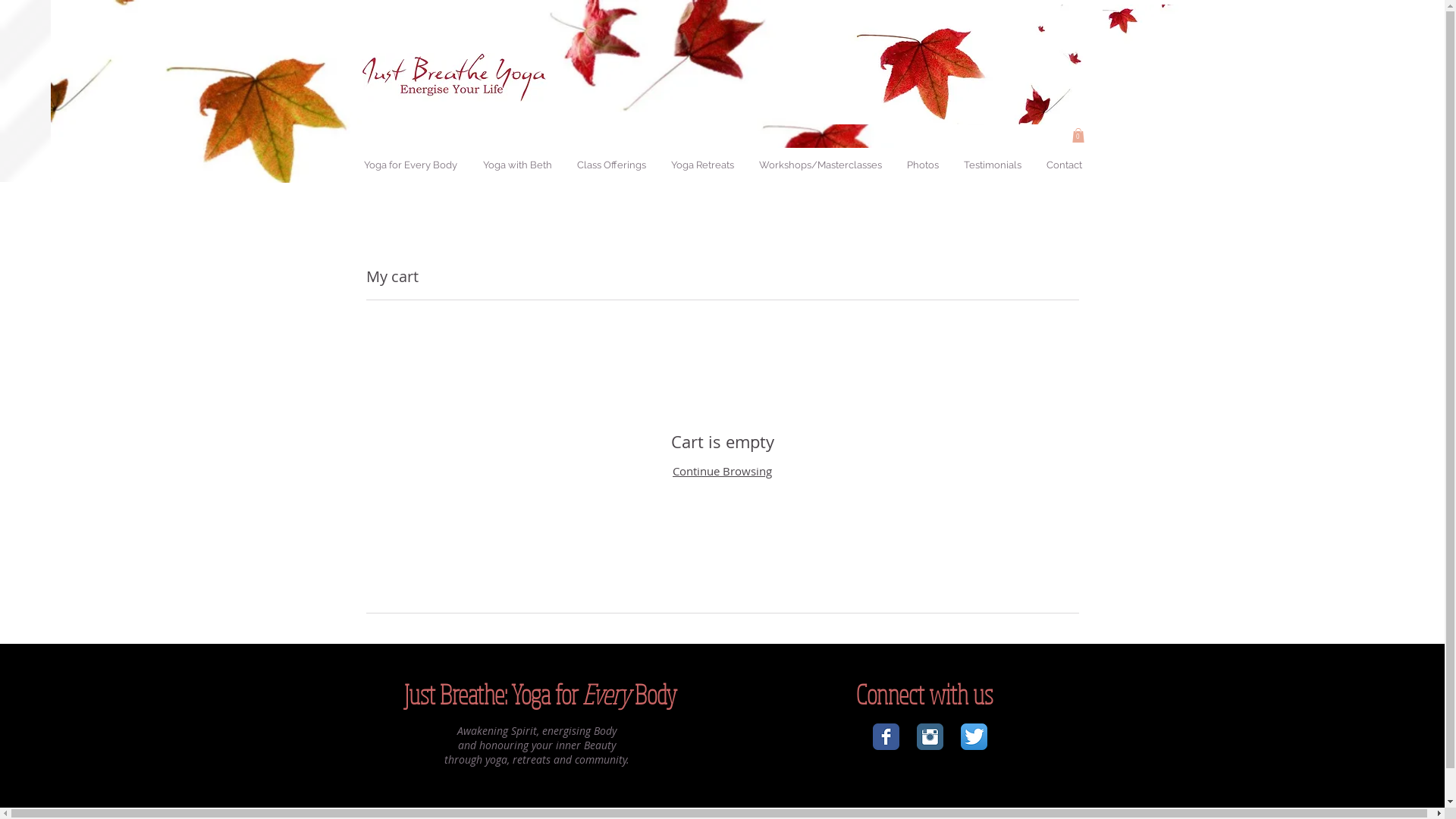 This screenshot has width=1456, height=819. I want to click on 'Continue Browsing', so click(721, 470).